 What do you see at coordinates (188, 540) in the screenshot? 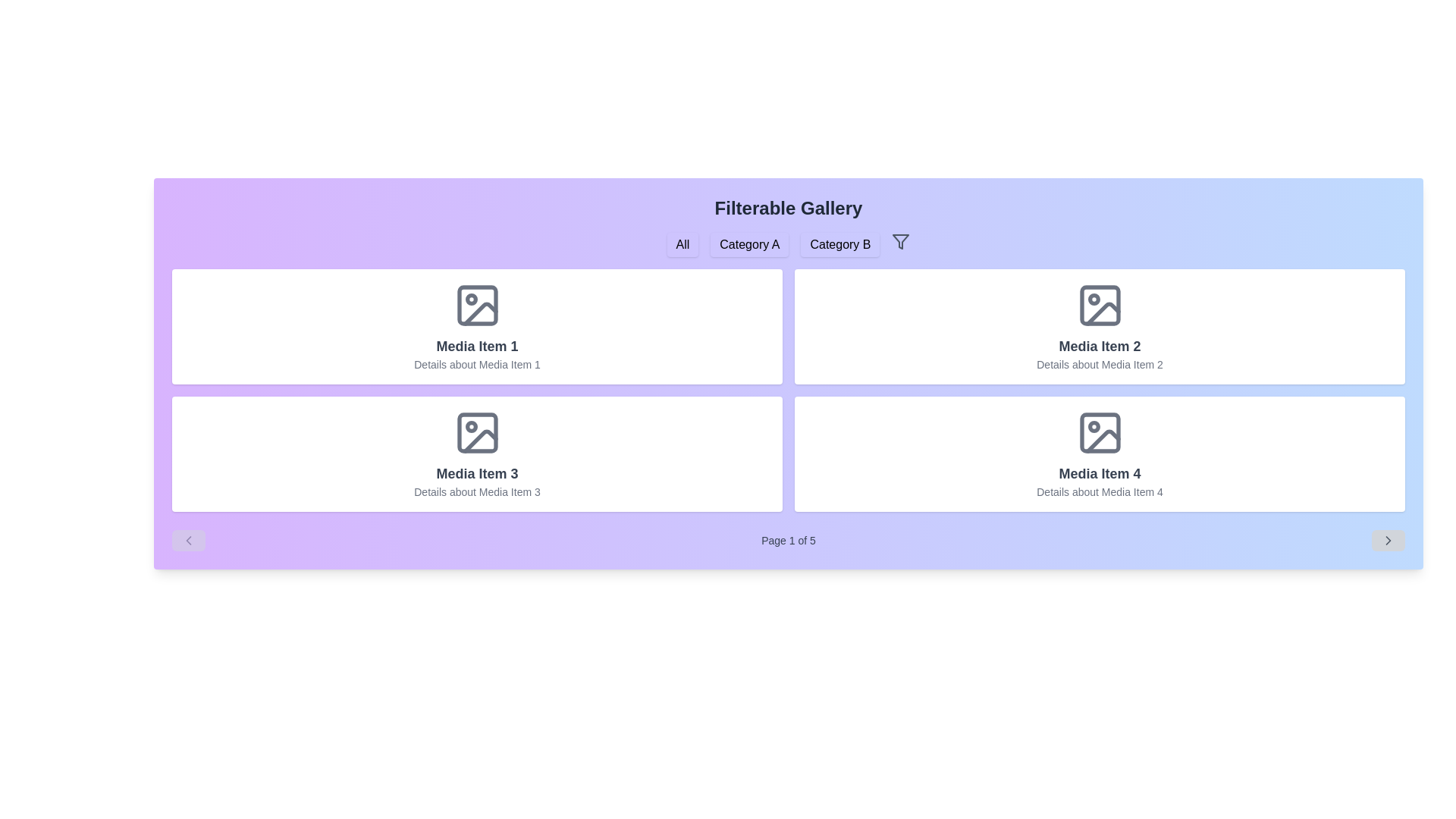
I see `the button with a left-pointing arrow icon, styled with a thin and rounded design, located at the bottom left corner of the interface for keyboard navigation` at bounding box center [188, 540].